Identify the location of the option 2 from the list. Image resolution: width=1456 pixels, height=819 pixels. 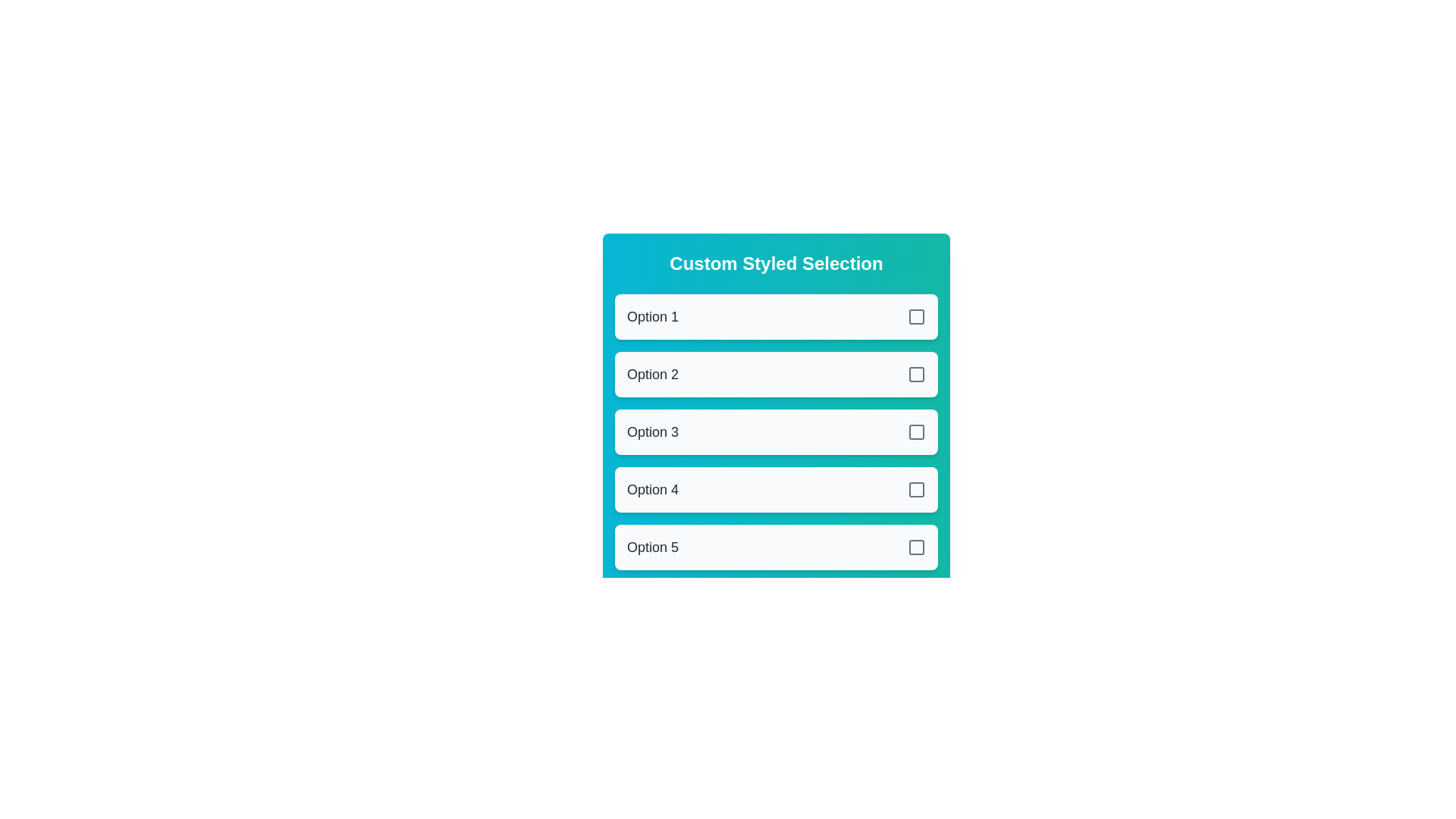
(776, 374).